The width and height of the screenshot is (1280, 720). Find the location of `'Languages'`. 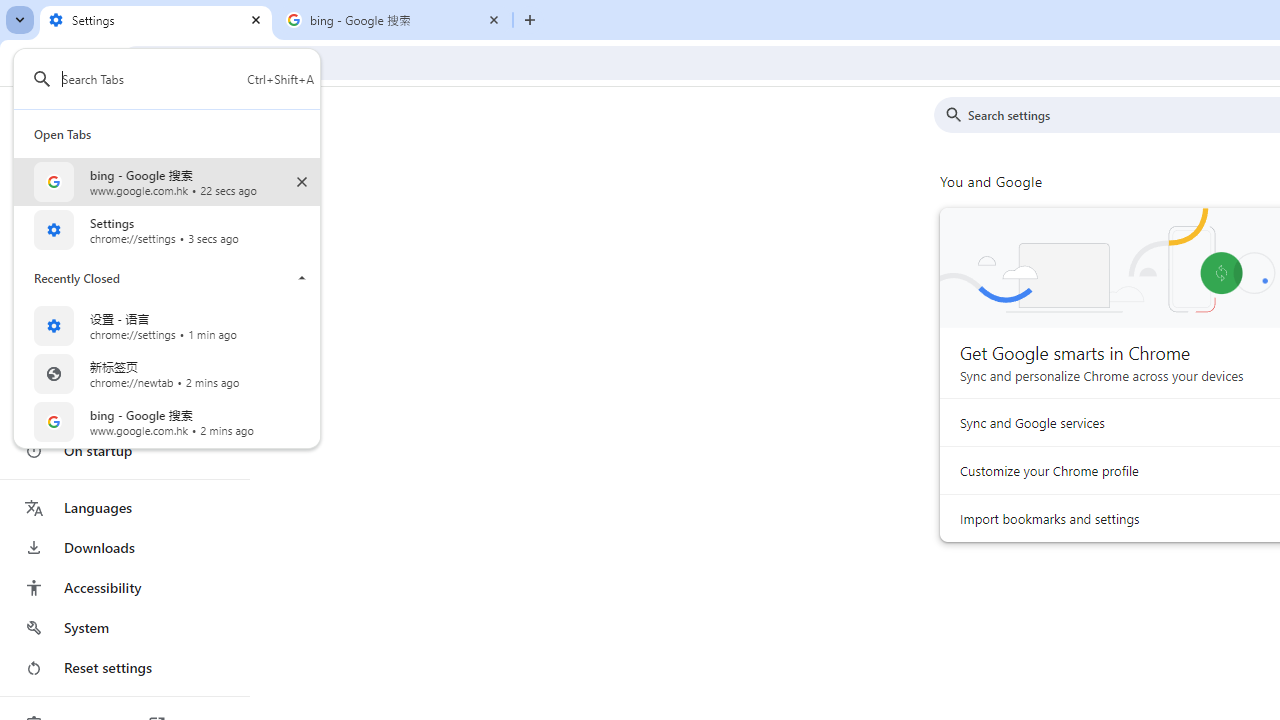

'Languages' is located at coordinates (123, 506).